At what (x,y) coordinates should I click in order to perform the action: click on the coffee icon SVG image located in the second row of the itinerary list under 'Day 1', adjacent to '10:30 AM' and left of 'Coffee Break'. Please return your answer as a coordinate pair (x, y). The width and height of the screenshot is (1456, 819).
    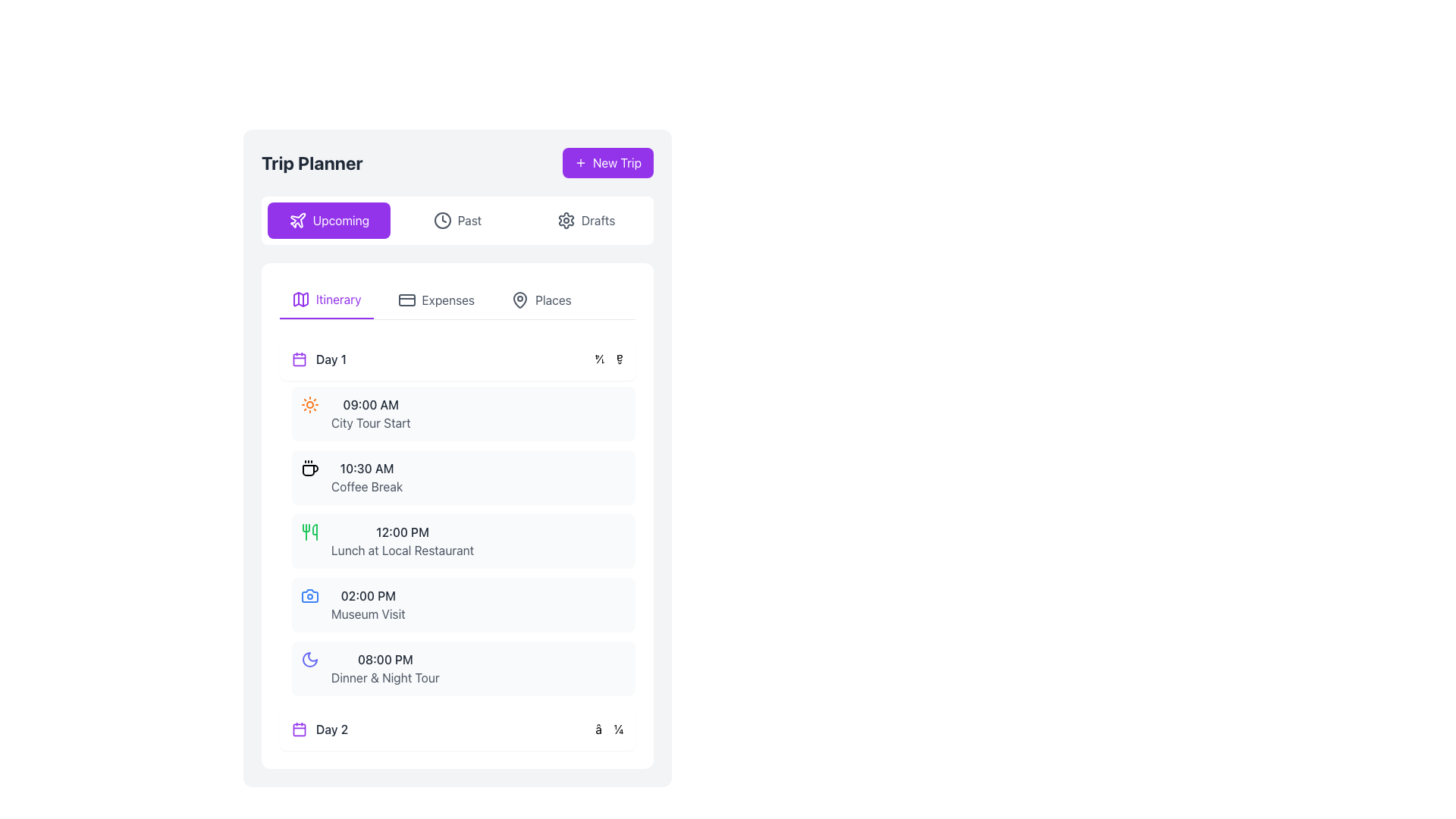
    Looking at the image, I should click on (309, 467).